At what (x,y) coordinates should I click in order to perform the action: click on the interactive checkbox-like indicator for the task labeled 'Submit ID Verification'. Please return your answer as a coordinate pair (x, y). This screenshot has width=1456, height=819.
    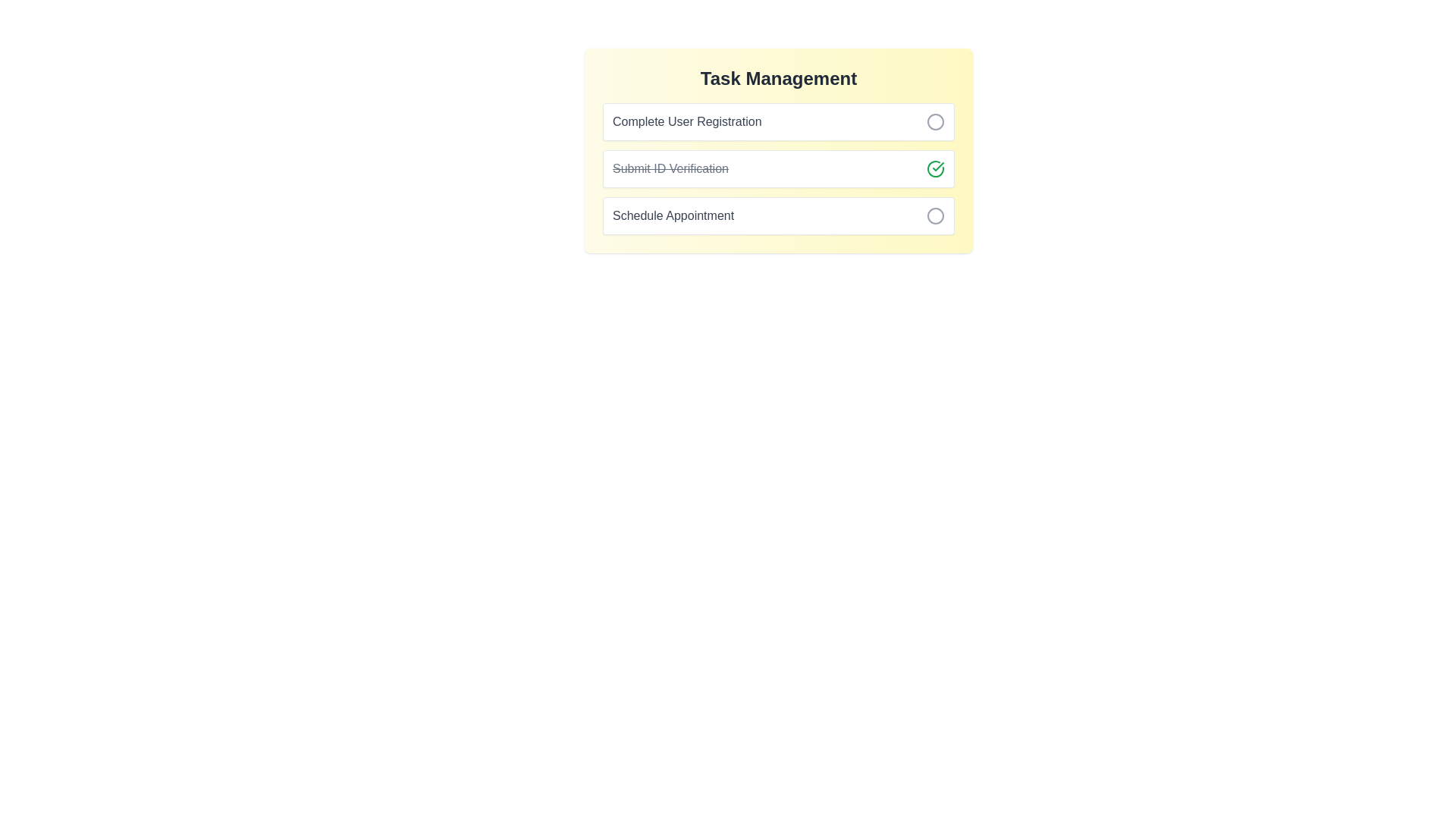
    Looking at the image, I should click on (934, 169).